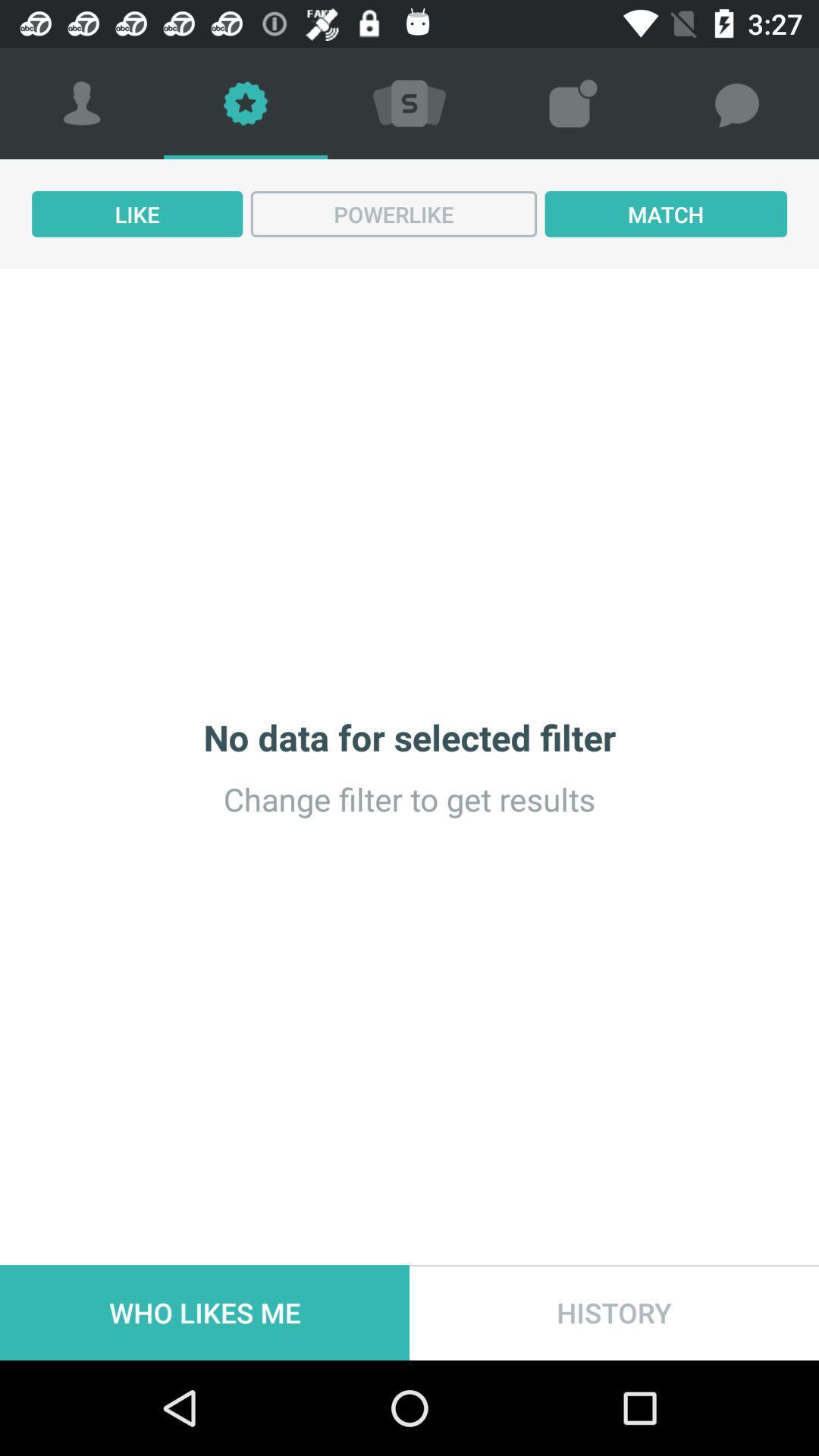 Image resolution: width=819 pixels, height=1456 pixels. Describe the element at coordinates (614, 1312) in the screenshot. I see `the icon next to who likes me icon` at that location.